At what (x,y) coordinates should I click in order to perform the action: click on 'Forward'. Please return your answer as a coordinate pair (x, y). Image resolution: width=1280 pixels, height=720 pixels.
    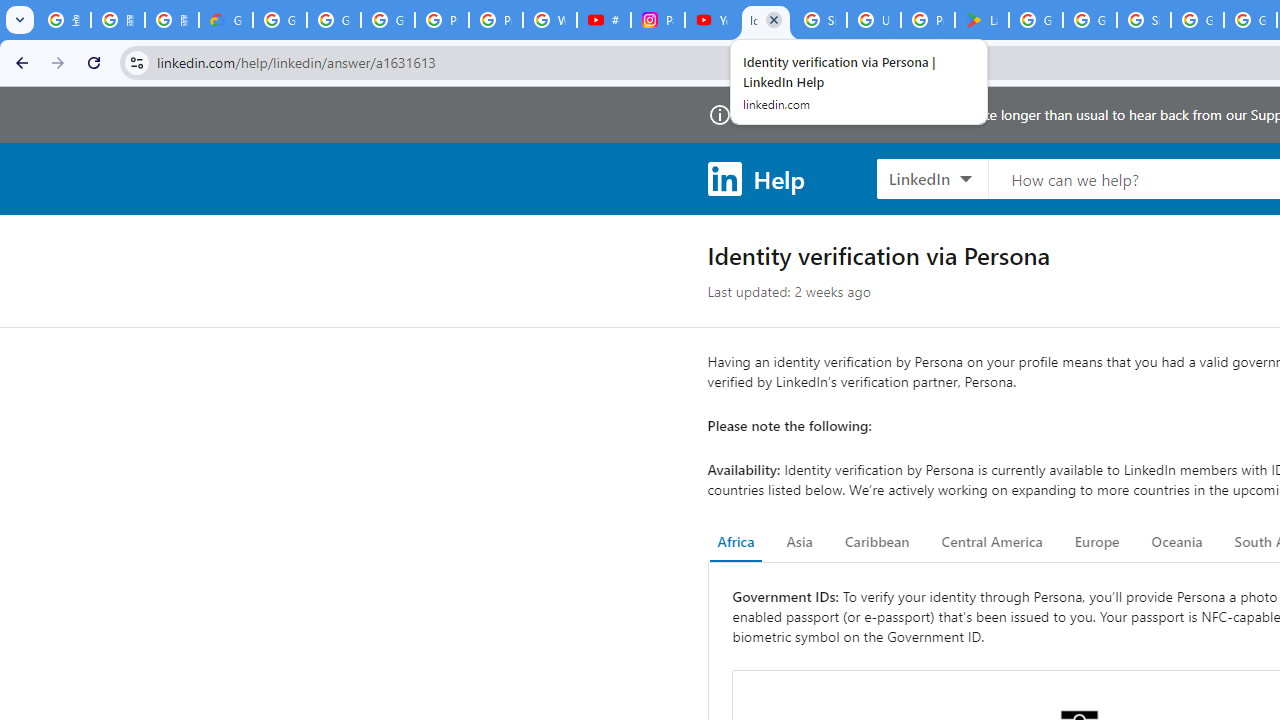
    Looking at the image, I should click on (58, 61).